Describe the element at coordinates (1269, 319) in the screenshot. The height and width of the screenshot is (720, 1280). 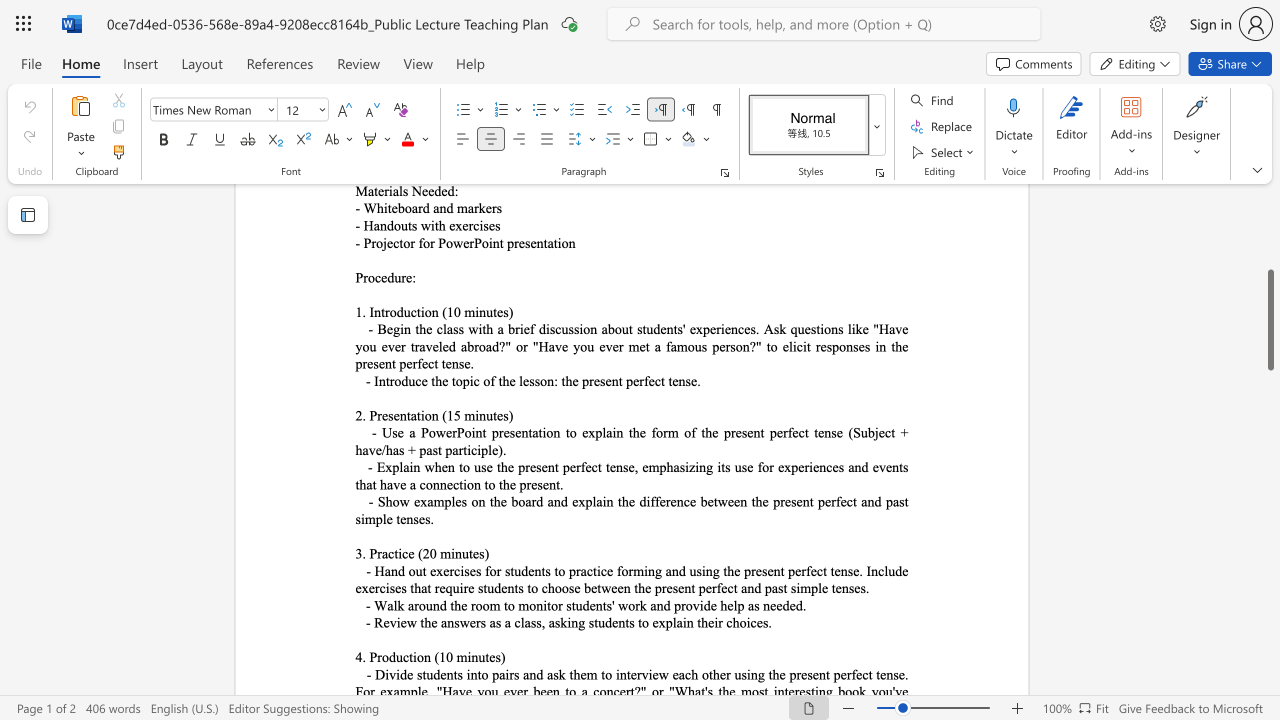
I see `the scrollbar and move up 210 pixels` at that location.